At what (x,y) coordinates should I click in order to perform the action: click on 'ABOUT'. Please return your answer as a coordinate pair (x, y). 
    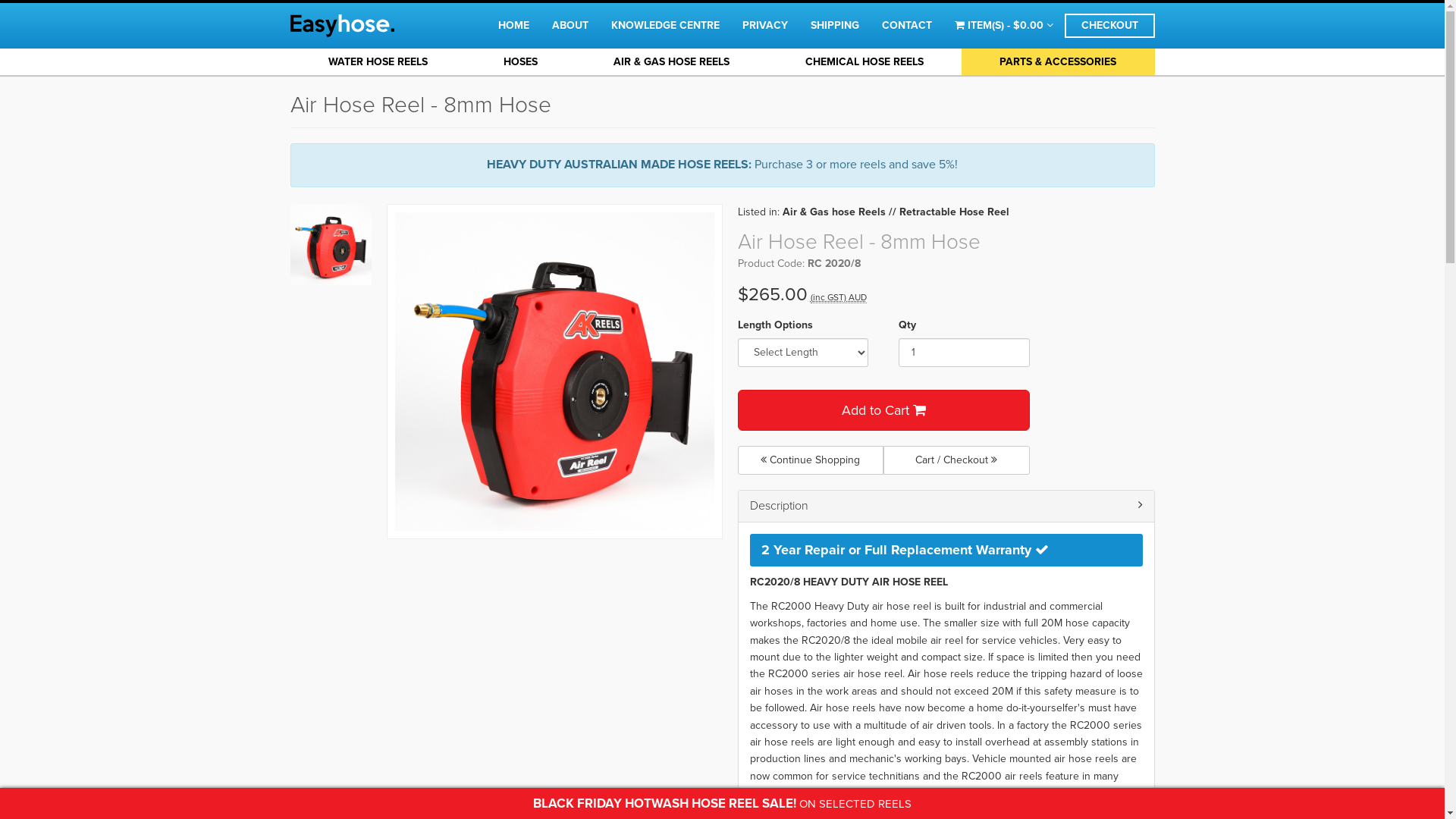
    Looking at the image, I should click on (568, 26).